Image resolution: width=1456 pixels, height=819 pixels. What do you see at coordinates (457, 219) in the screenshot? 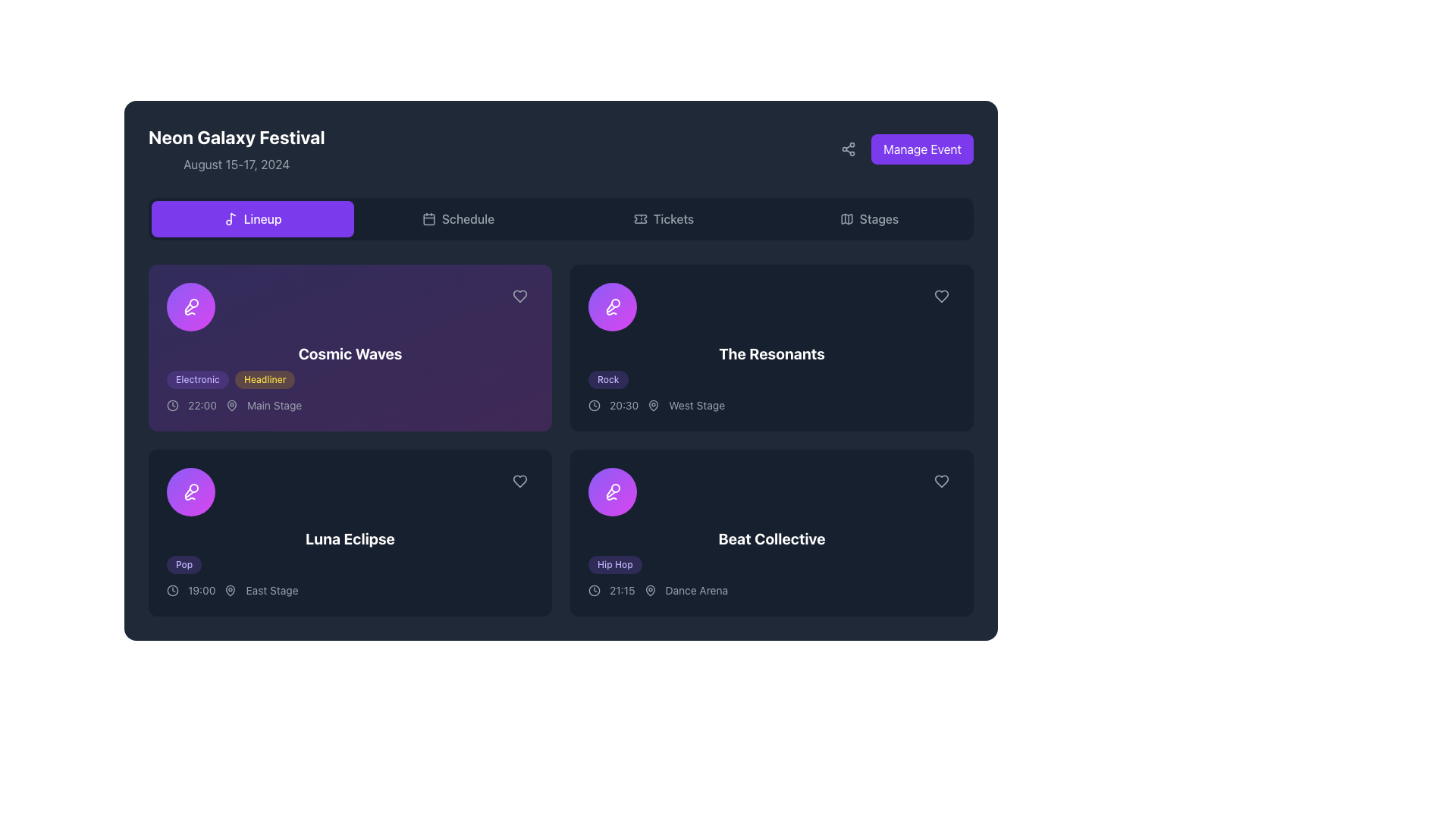
I see `the navigational button` at bounding box center [457, 219].